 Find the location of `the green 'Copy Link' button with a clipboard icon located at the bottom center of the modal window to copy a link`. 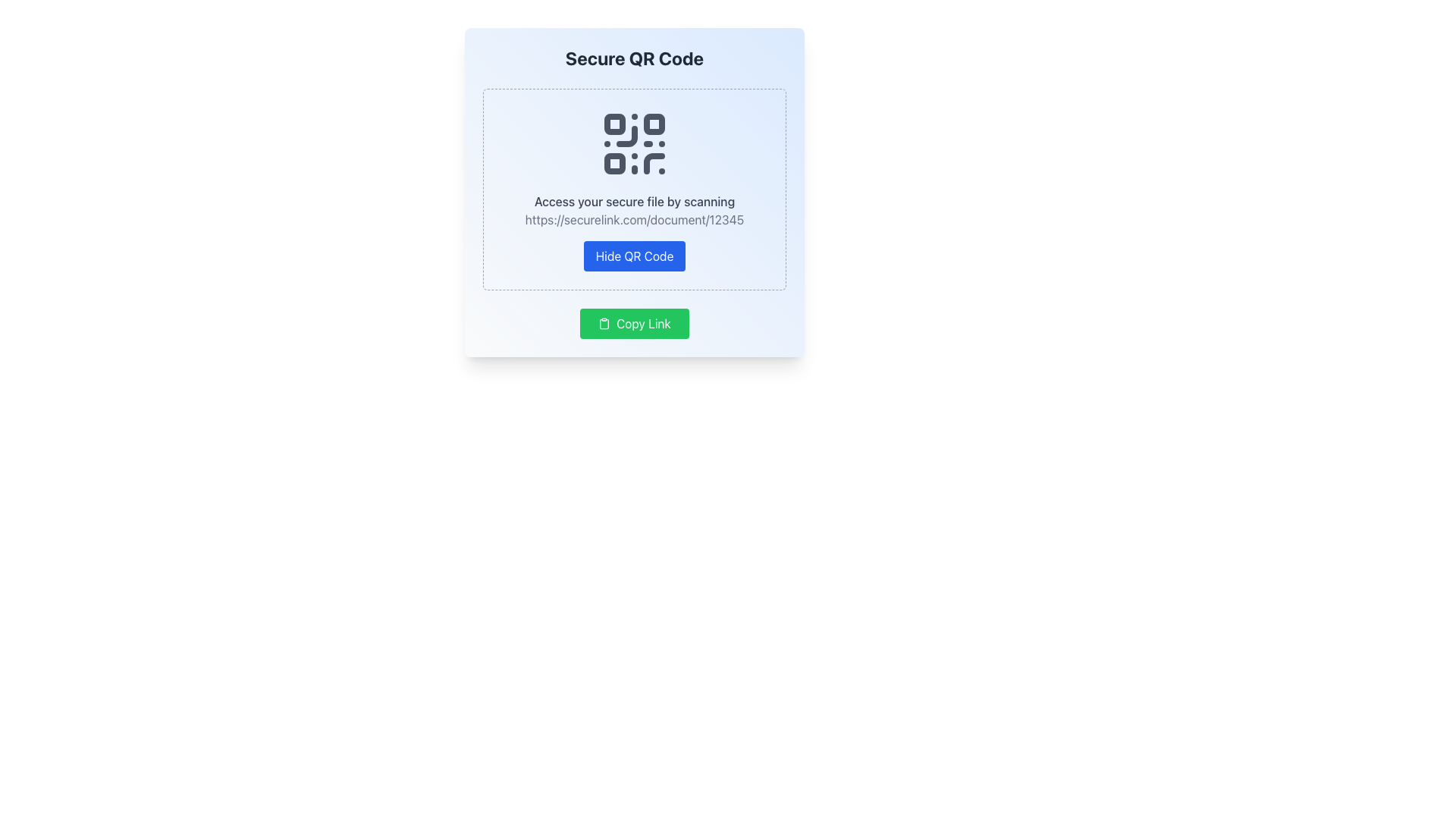

the green 'Copy Link' button with a clipboard icon located at the bottom center of the modal window to copy a link is located at coordinates (634, 323).